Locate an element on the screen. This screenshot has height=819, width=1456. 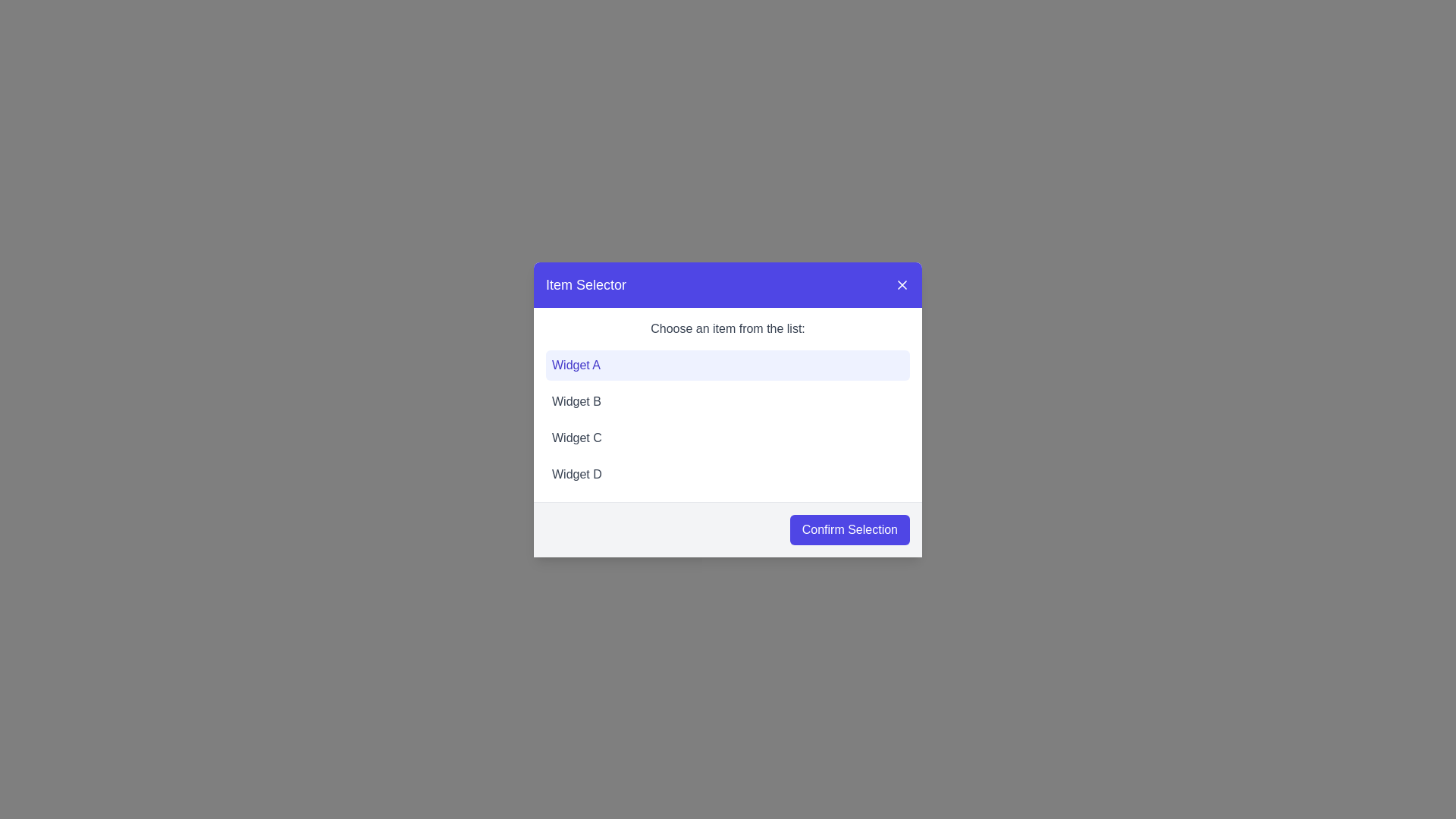
the list item displaying 'Widget C', which is the third item in a vertical list within the 'Item Selector' modal is located at coordinates (728, 438).